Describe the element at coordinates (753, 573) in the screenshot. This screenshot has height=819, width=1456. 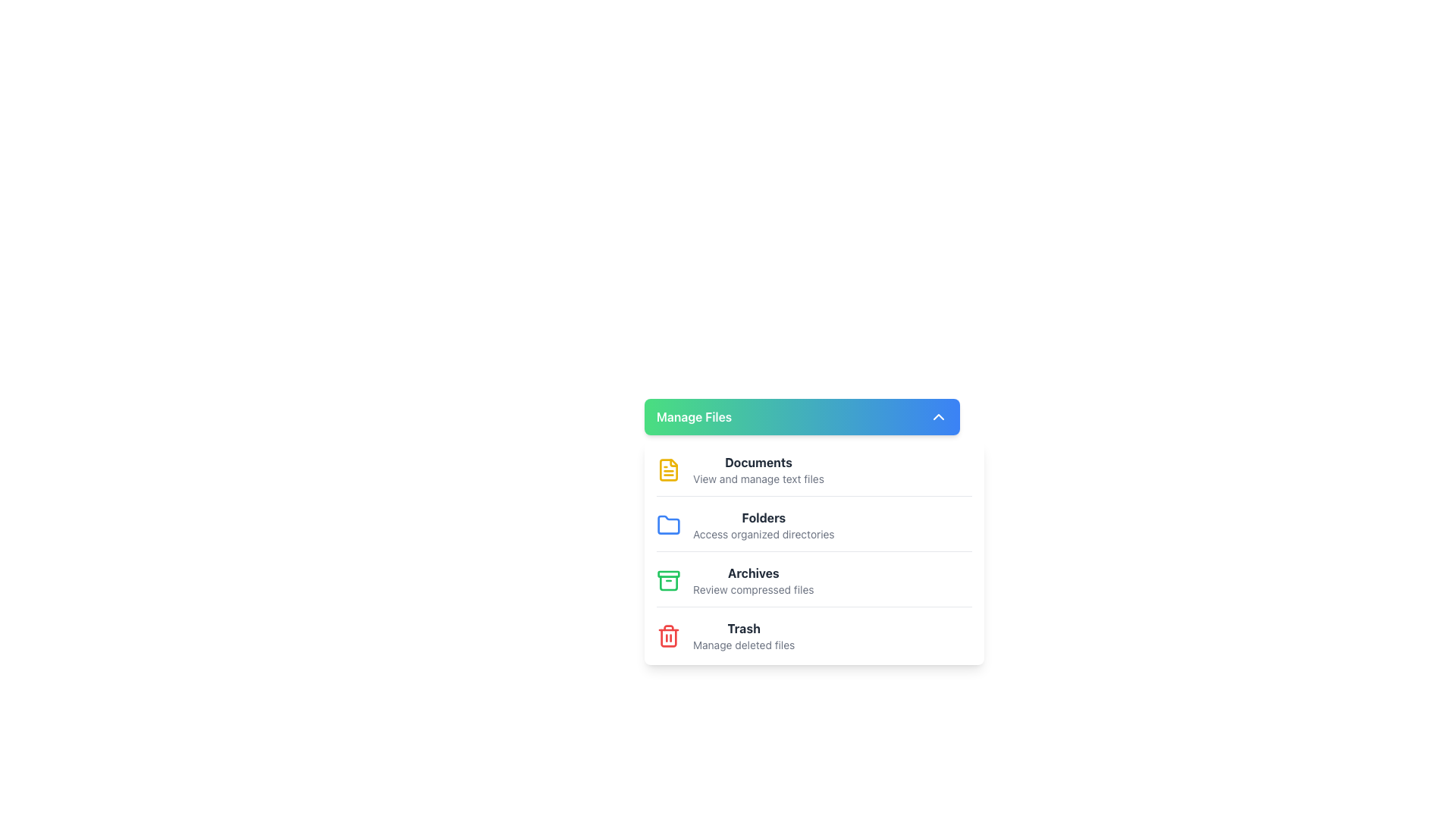
I see `the 'Archives' text label, which is the third item in the 'Manage Files' section, located below 'Folders' and above 'Trash'` at that location.